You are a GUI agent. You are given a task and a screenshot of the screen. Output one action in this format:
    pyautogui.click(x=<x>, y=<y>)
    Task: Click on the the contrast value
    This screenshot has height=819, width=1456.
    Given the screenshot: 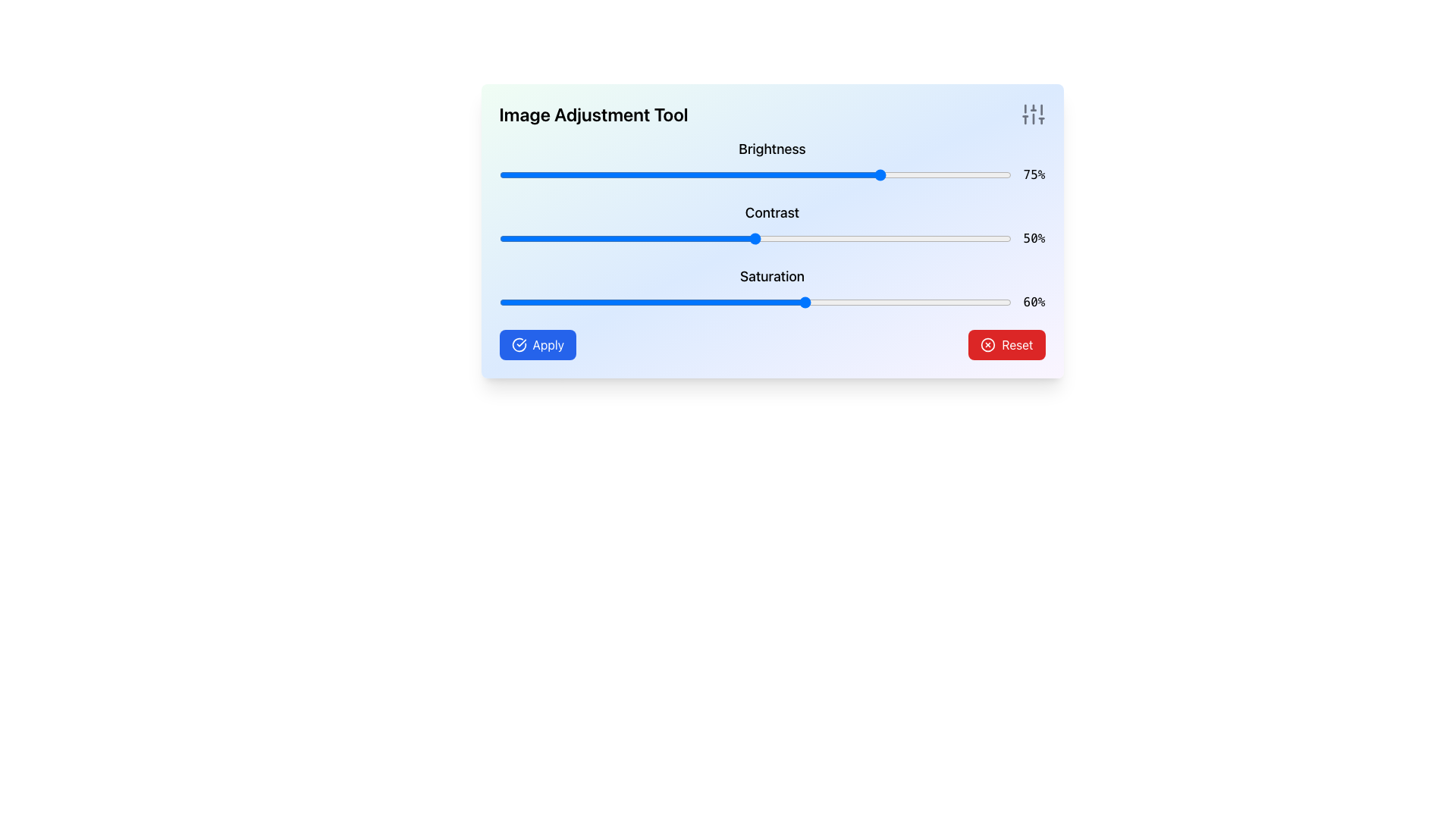 What is the action you would take?
    pyautogui.click(x=554, y=239)
    